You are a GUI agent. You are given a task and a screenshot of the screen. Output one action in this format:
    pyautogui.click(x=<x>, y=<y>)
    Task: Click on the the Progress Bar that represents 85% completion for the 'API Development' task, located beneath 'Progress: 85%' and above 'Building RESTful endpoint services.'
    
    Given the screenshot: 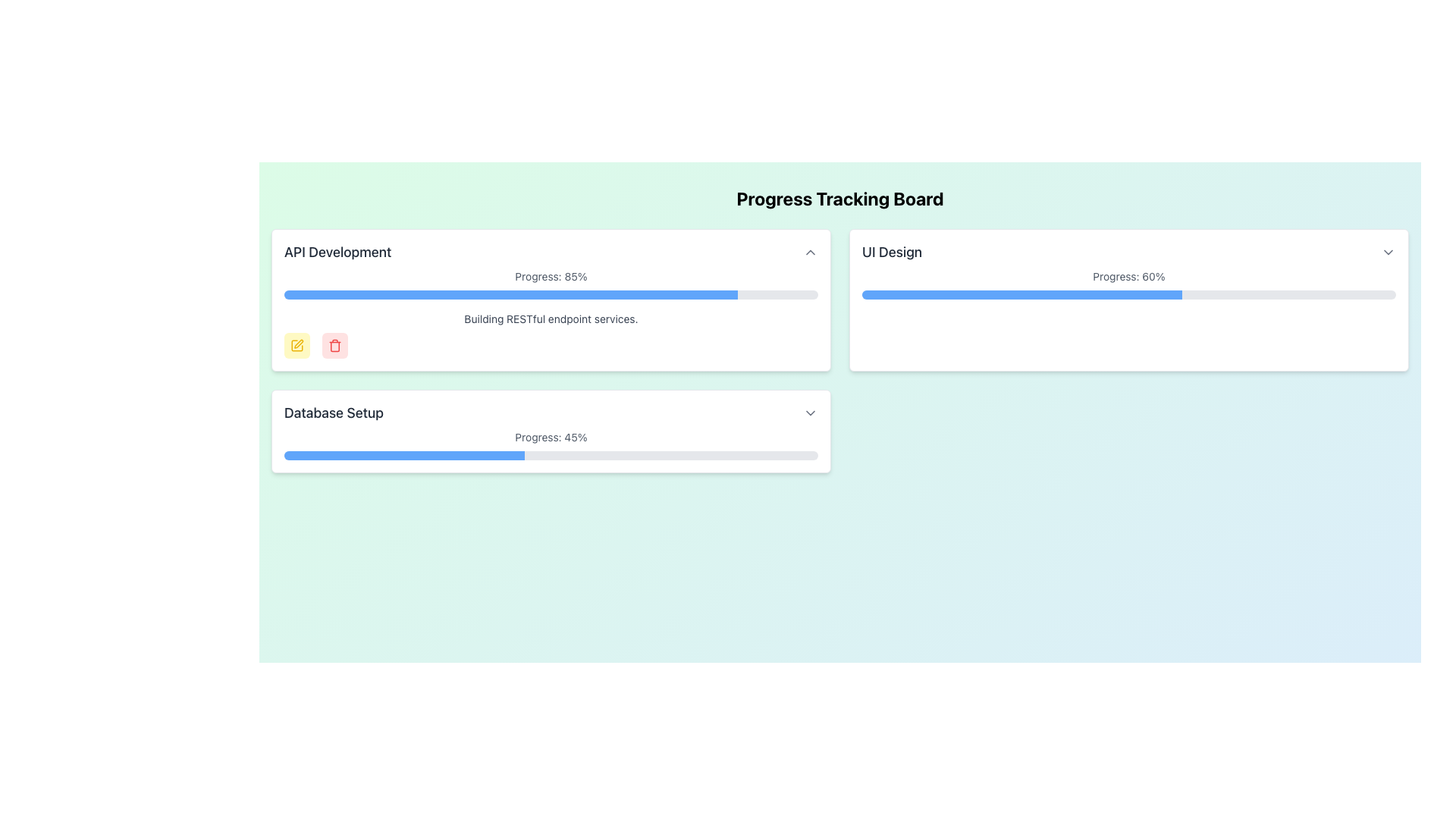 What is the action you would take?
    pyautogui.click(x=550, y=295)
    